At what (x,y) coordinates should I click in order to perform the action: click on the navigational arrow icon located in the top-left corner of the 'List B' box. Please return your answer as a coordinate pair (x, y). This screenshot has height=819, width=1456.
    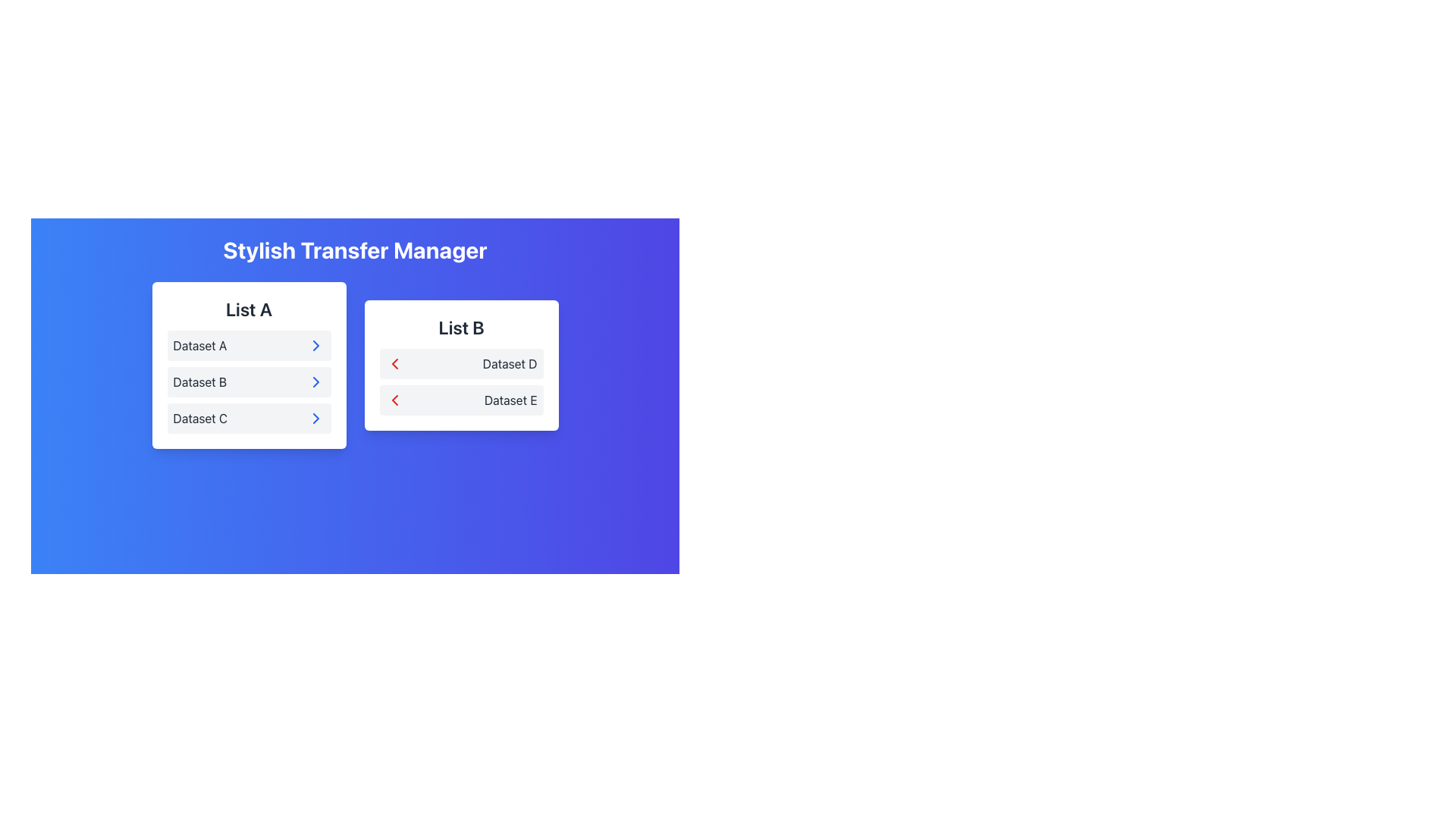
    Looking at the image, I should click on (394, 400).